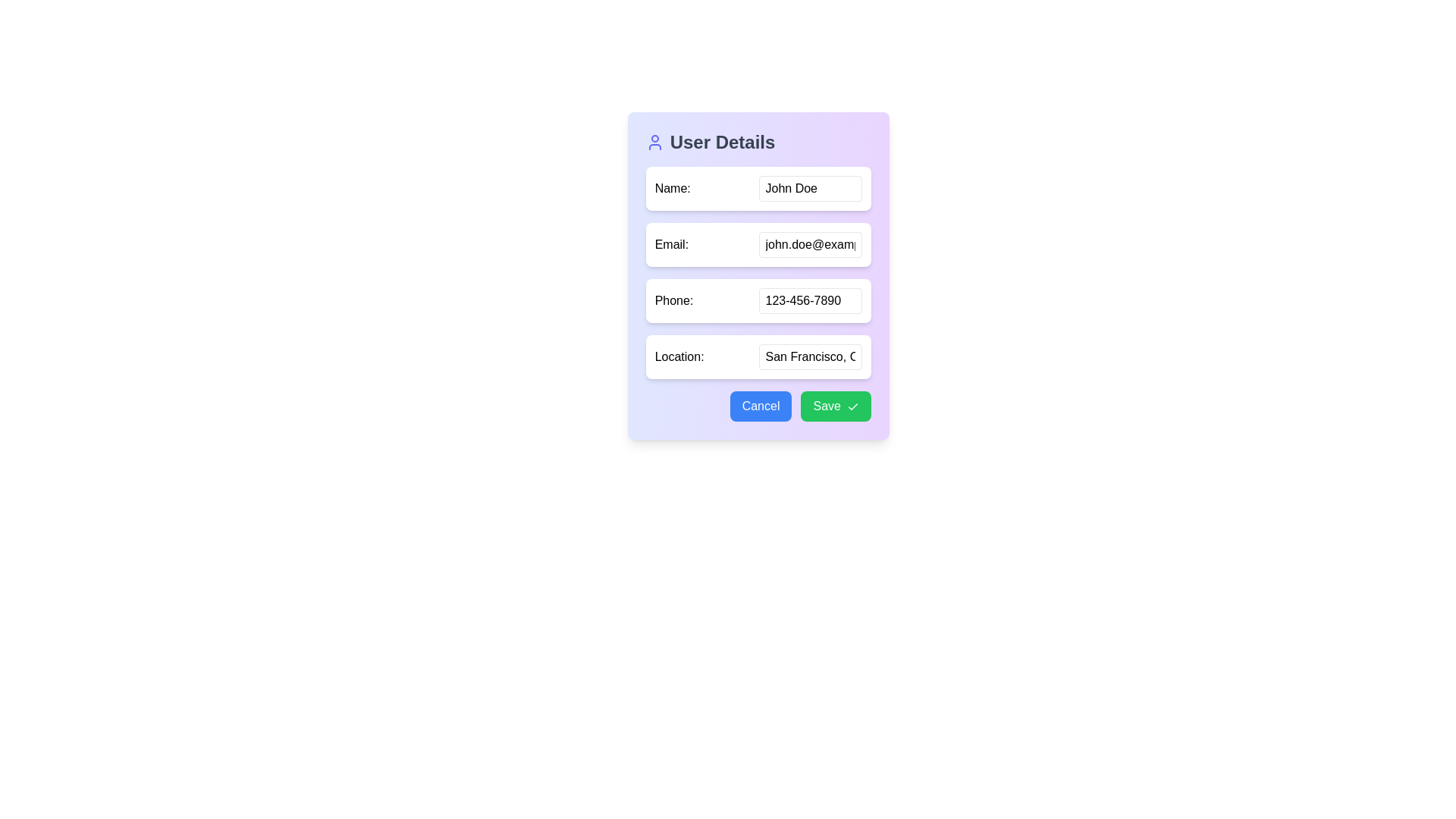  Describe the element at coordinates (809, 244) in the screenshot. I see `the email input field located in the center-right area of the form, positioned below the 'Name:' field and above the 'Phone:' field` at that location.